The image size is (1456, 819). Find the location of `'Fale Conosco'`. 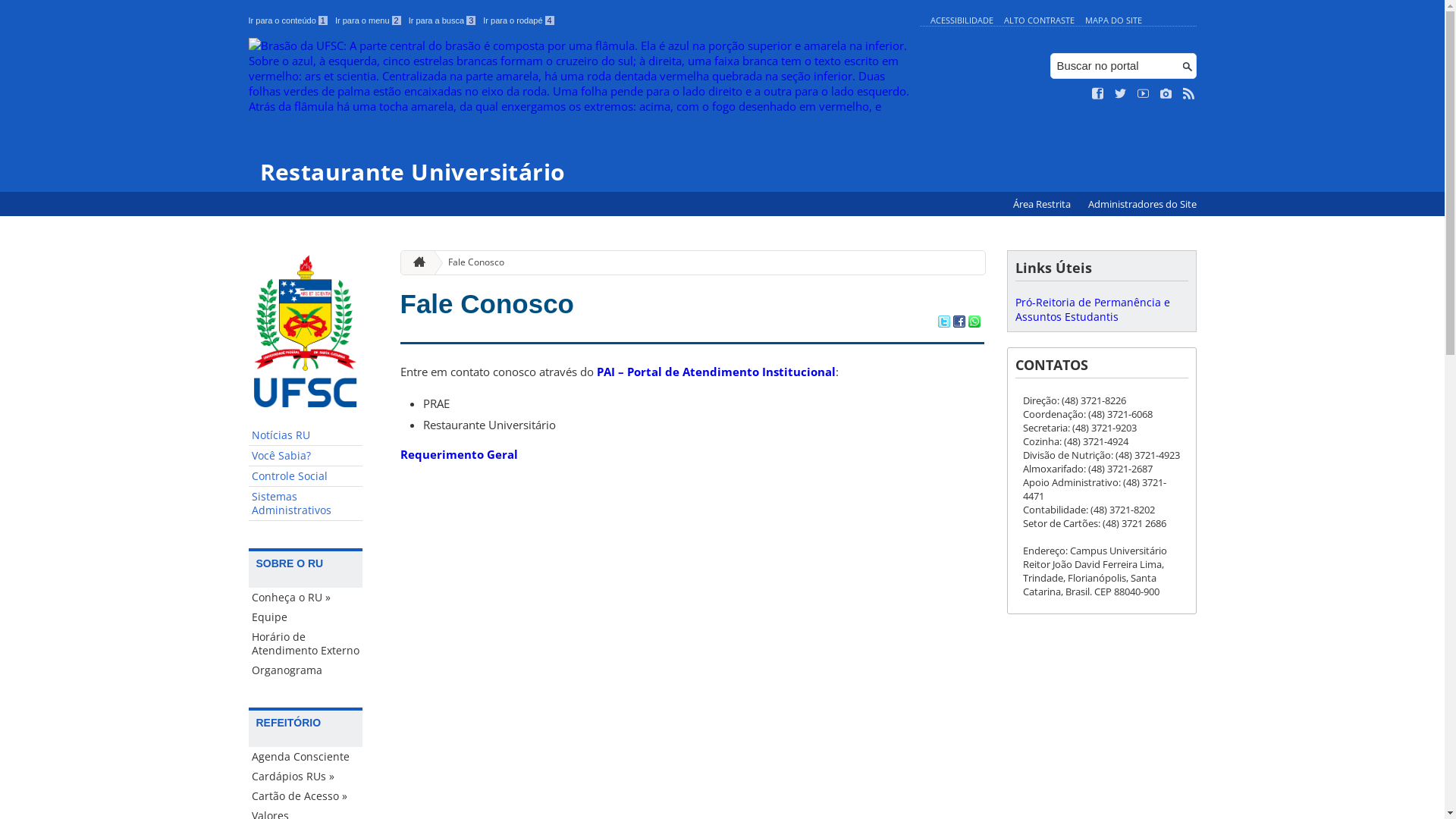

'Fale Conosco' is located at coordinates (469, 262).